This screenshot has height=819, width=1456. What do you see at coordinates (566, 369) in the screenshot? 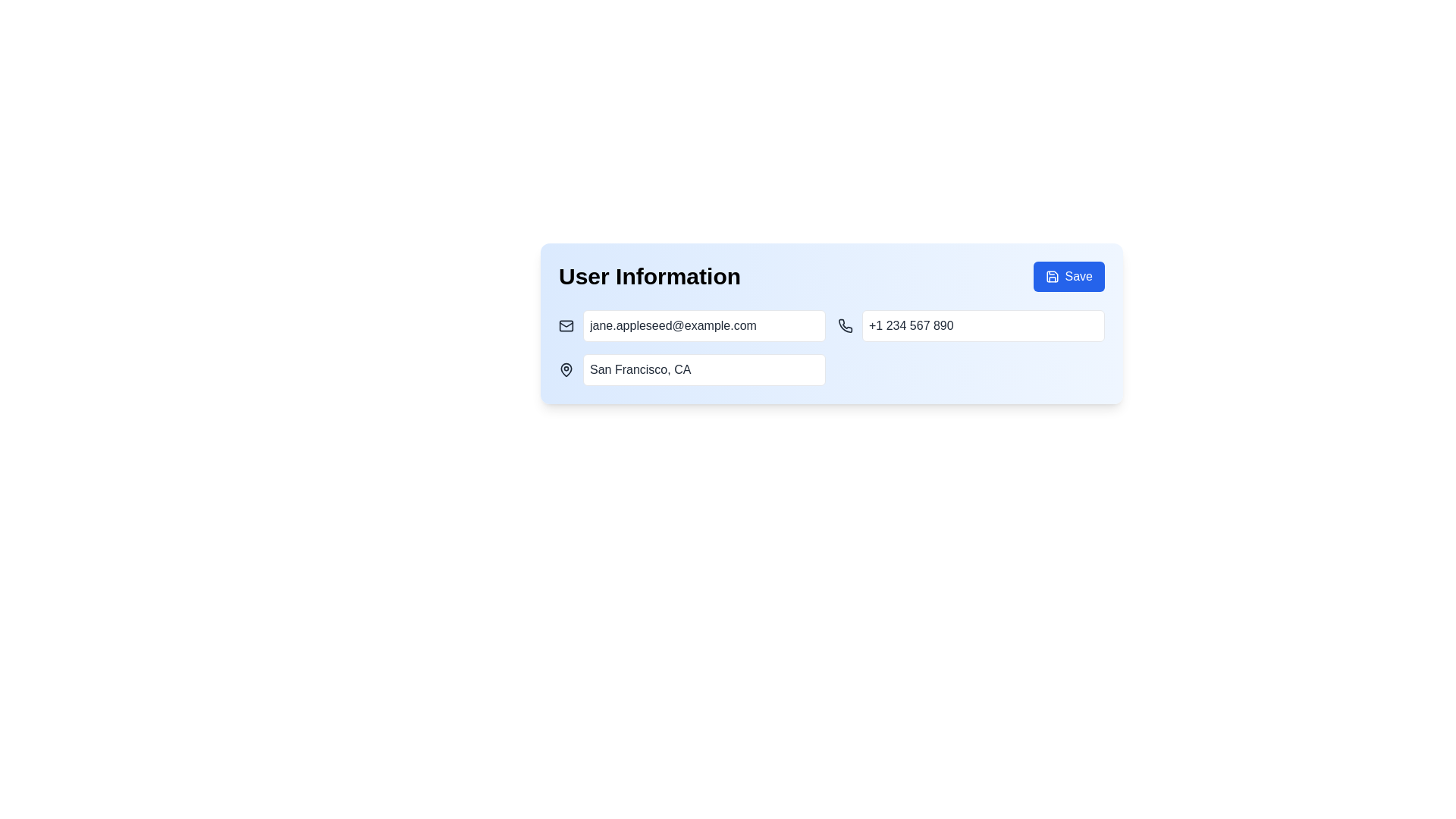
I see `the leftmost pin-like icon in the 'User Information' section, which is styled to appear as a map pin and is to the left of the 'San Francisco, CA' text input field` at bounding box center [566, 369].